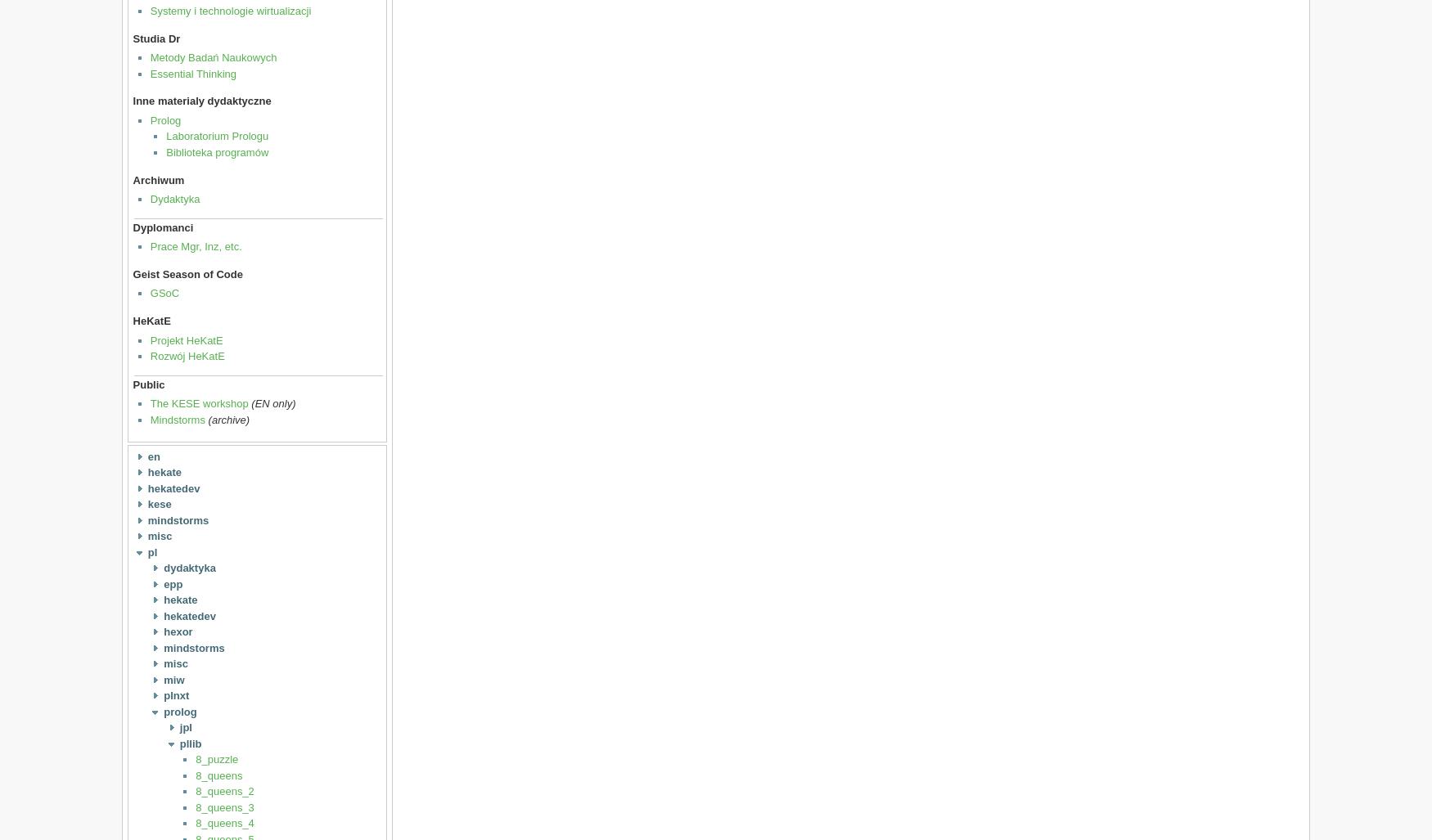  I want to click on 'epp', so click(173, 583).